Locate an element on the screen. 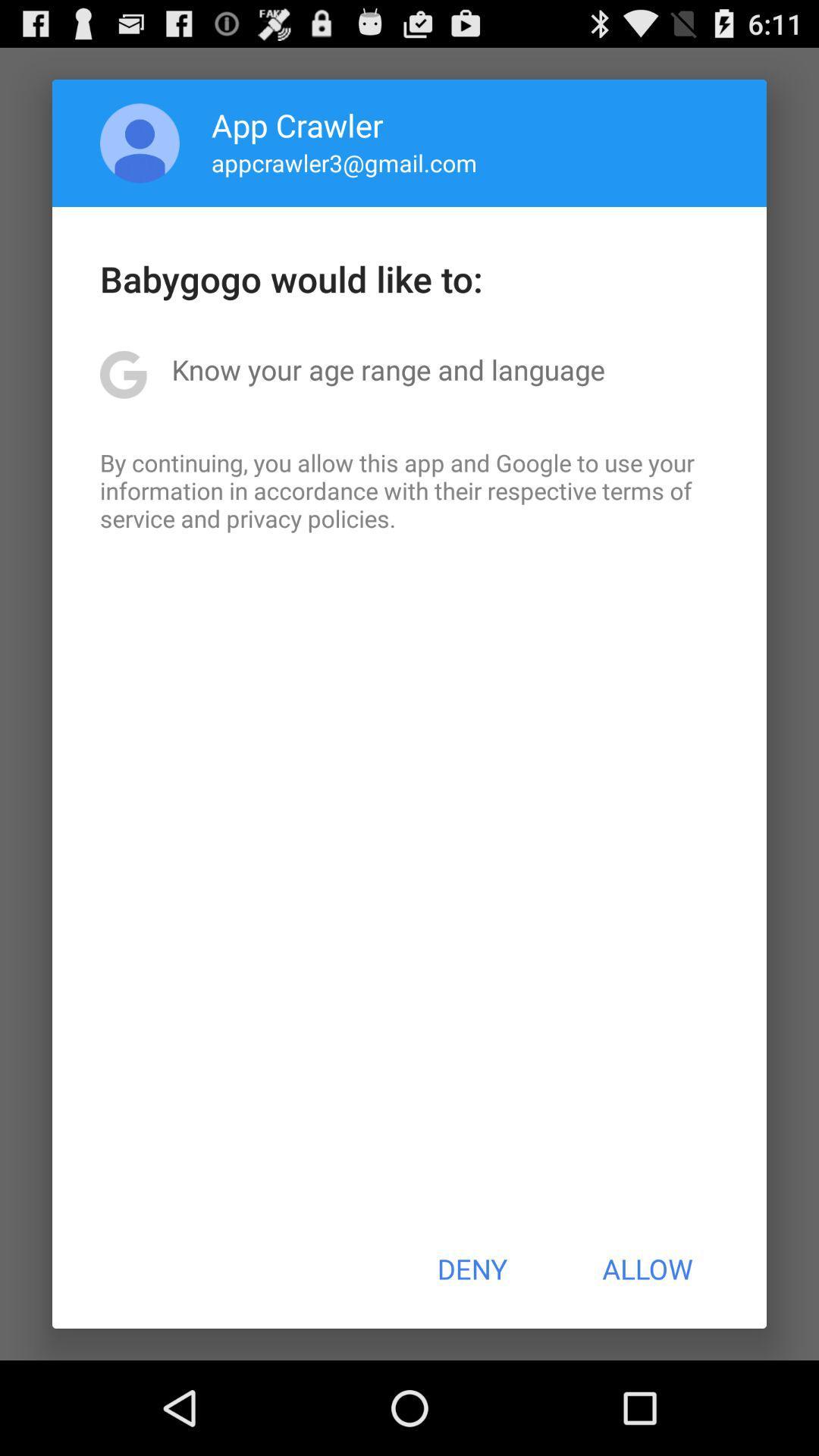 The width and height of the screenshot is (819, 1456). deny item is located at coordinates (471, 1269).